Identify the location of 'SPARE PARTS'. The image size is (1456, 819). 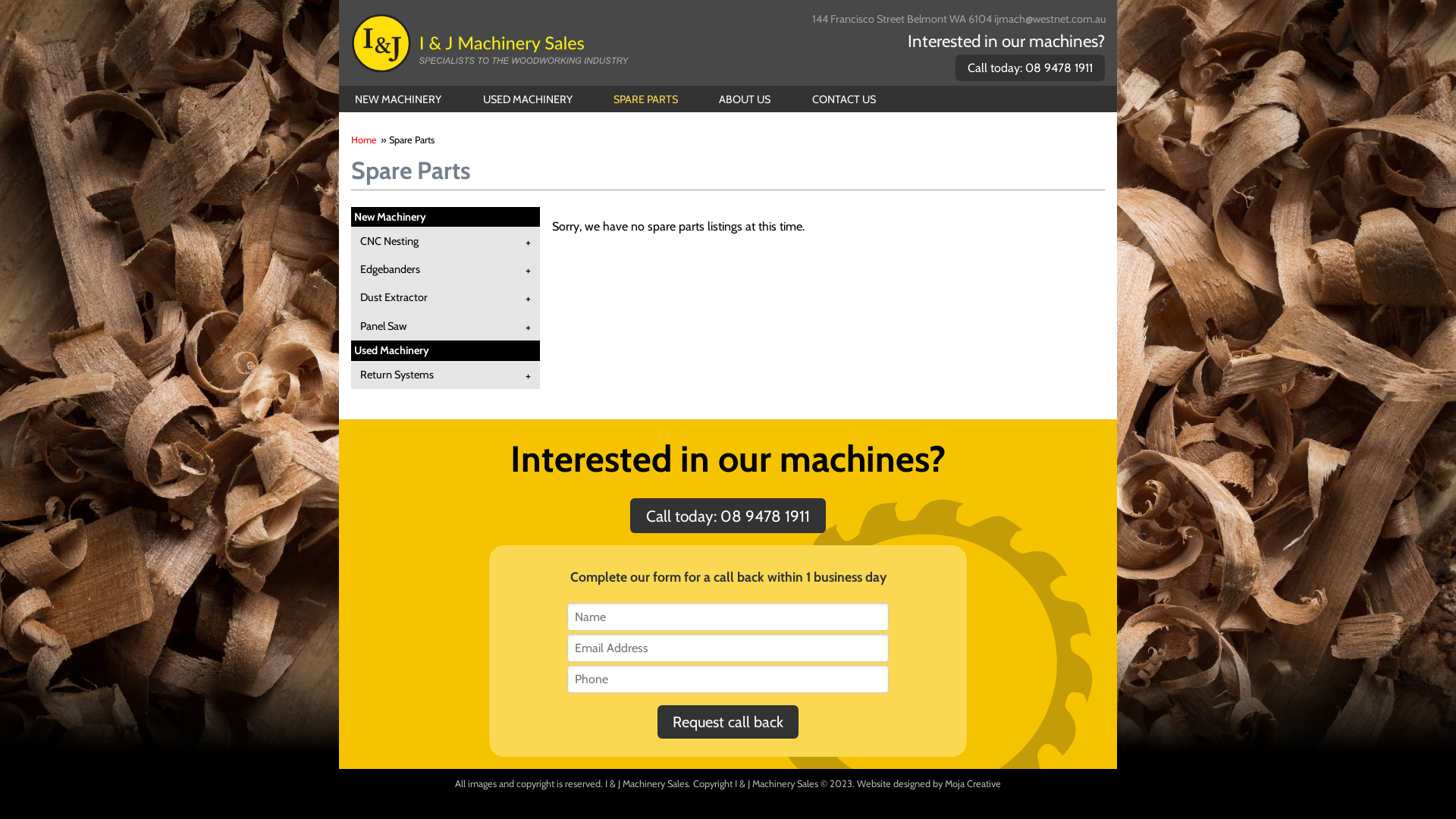
(645, 99).